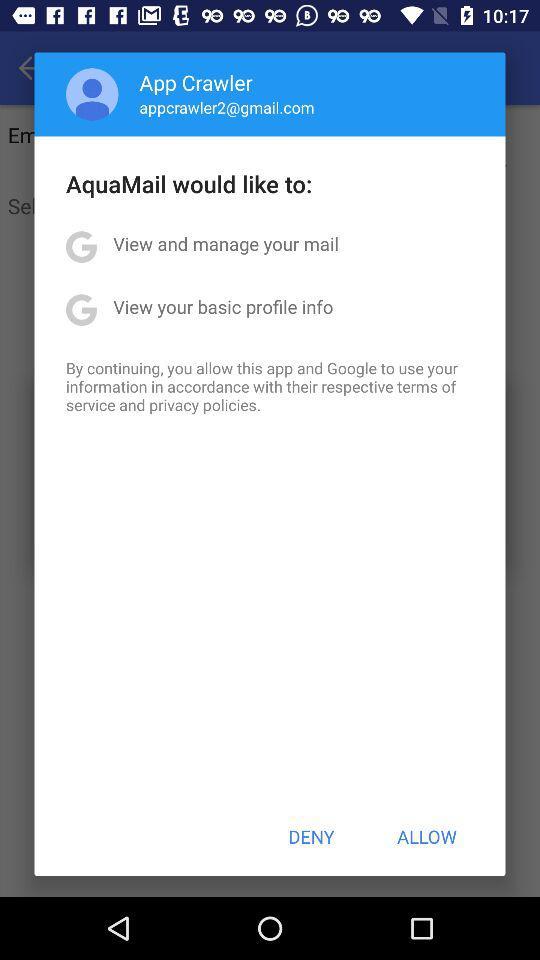 The height and width of the screenshot is (960, 540). I want to click on the icon to the left of allow, so click(311, 836).